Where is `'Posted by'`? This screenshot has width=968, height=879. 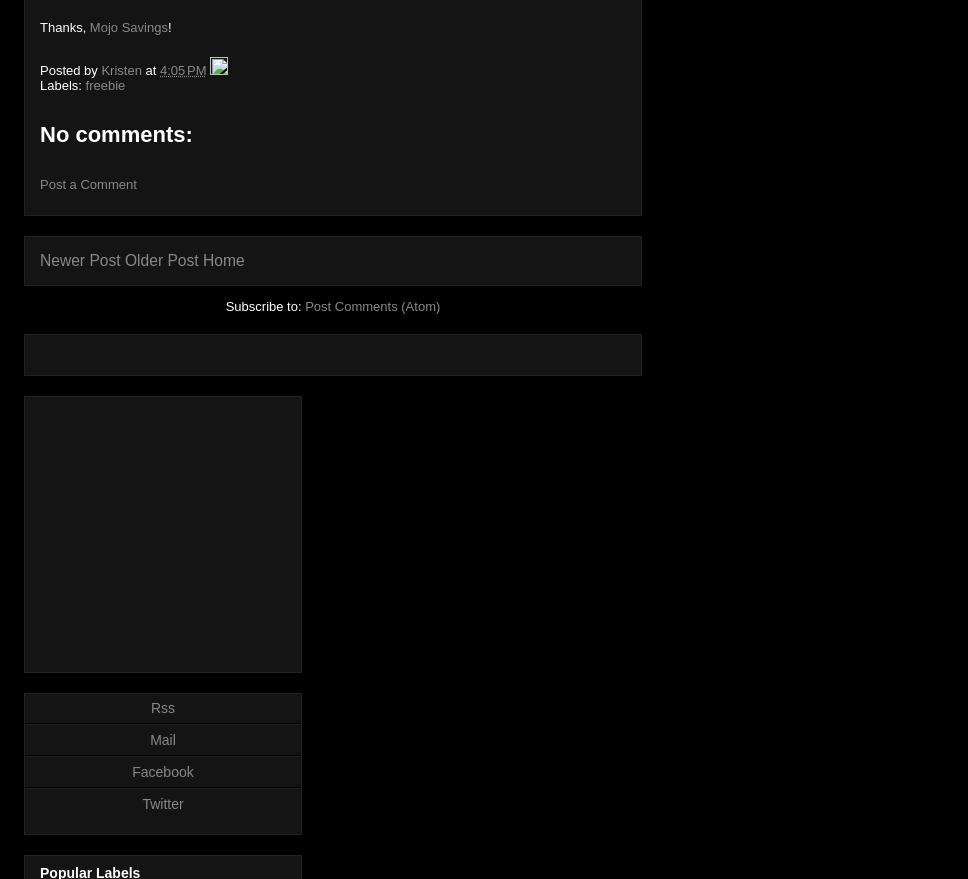 'Posted by' is located at coordinates (69, 69).